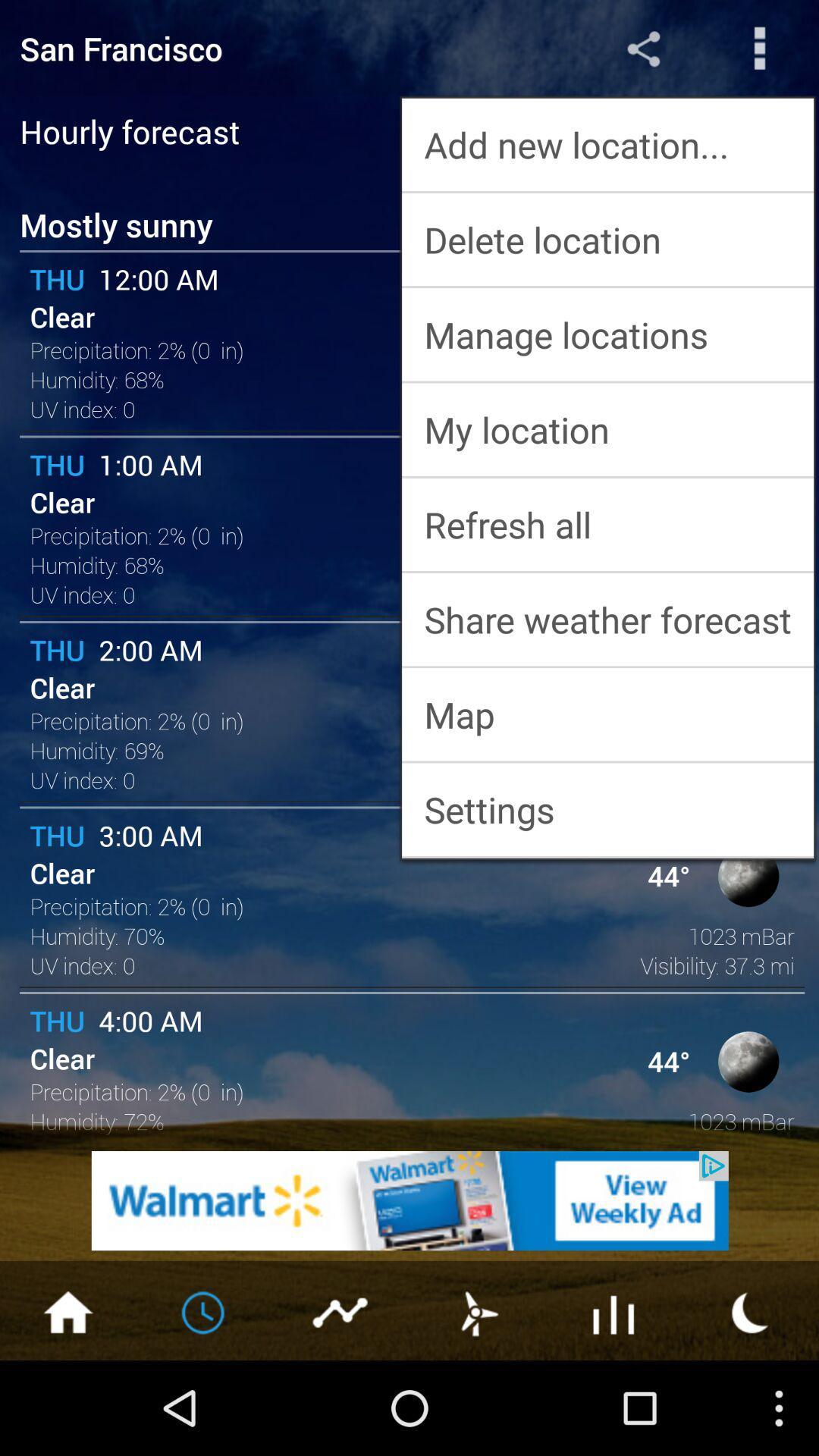 The width and height of the screenshot is (819, 1456). I want to click on refresh all icon, so click(607, 524).